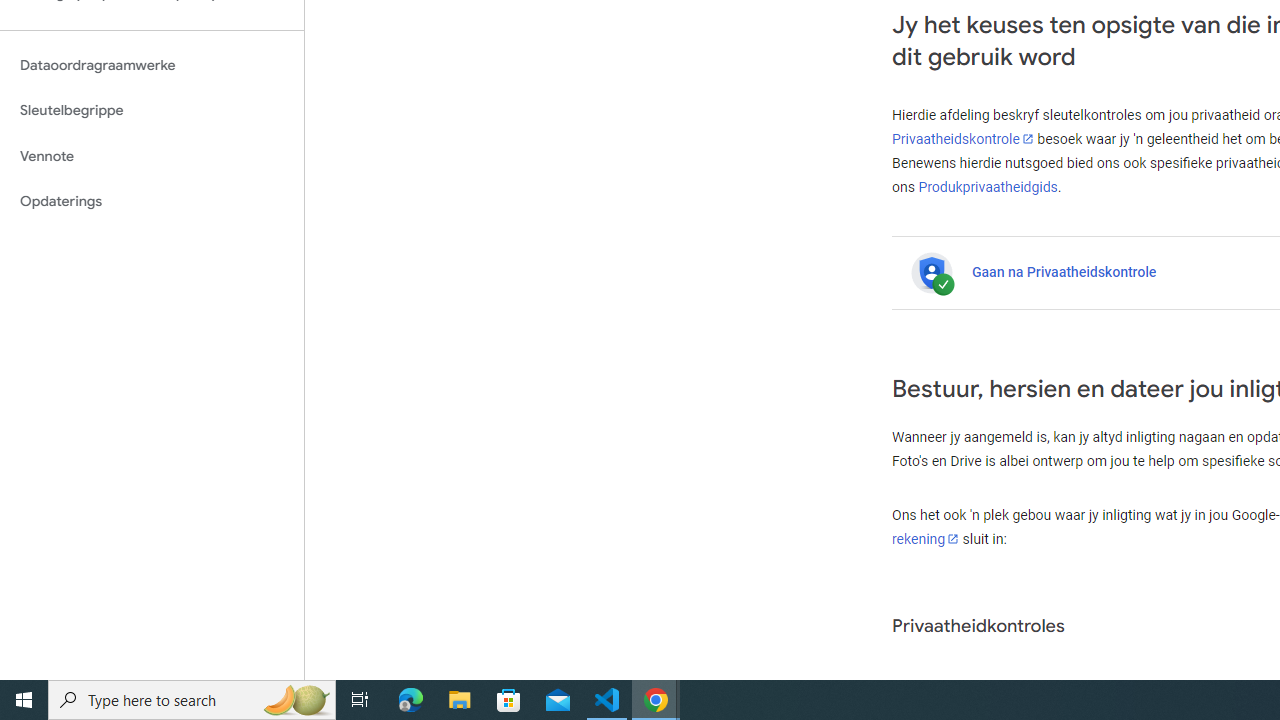 The image size is (1280, 720). I want to click on 'Produkprivaatheidgids', so click(988, 186).